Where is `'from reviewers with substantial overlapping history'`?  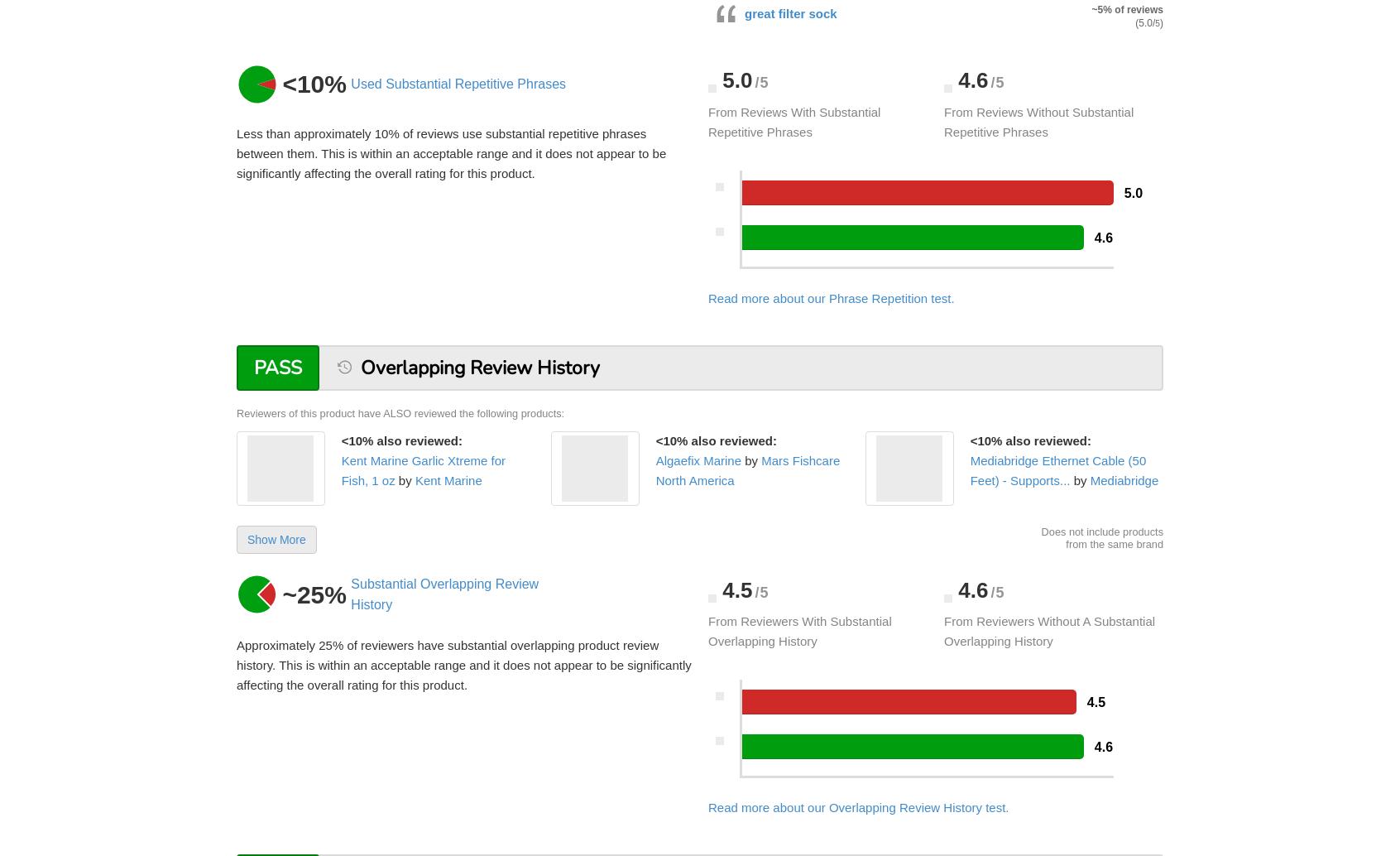 'from reviewers with substantial overlapping history' is located at coordinates (799, 631).